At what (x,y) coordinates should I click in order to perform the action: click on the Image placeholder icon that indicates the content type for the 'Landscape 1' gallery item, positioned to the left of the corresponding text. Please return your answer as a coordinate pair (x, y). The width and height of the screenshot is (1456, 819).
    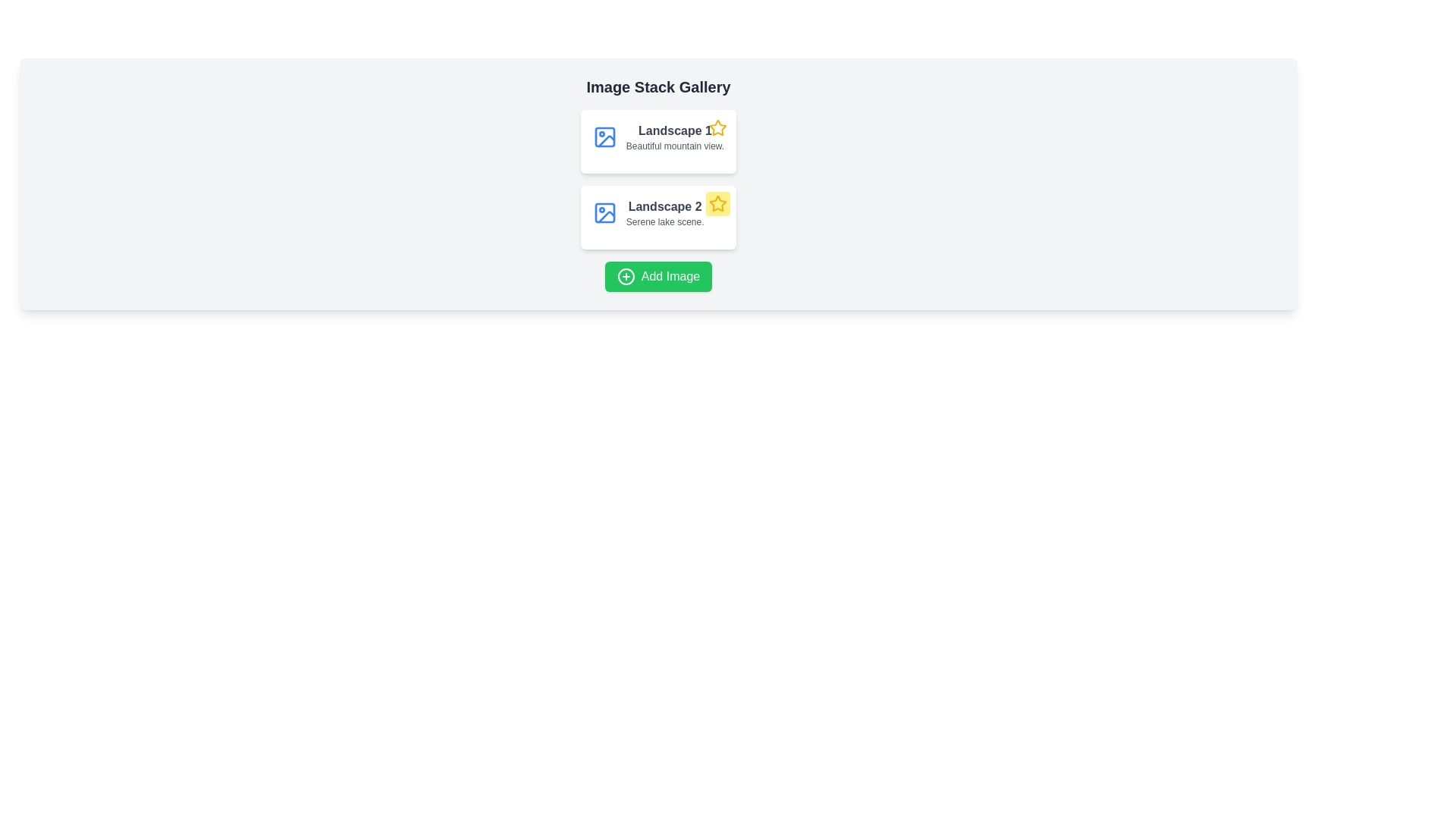
    Looking at the image, I should click on (604, 137).